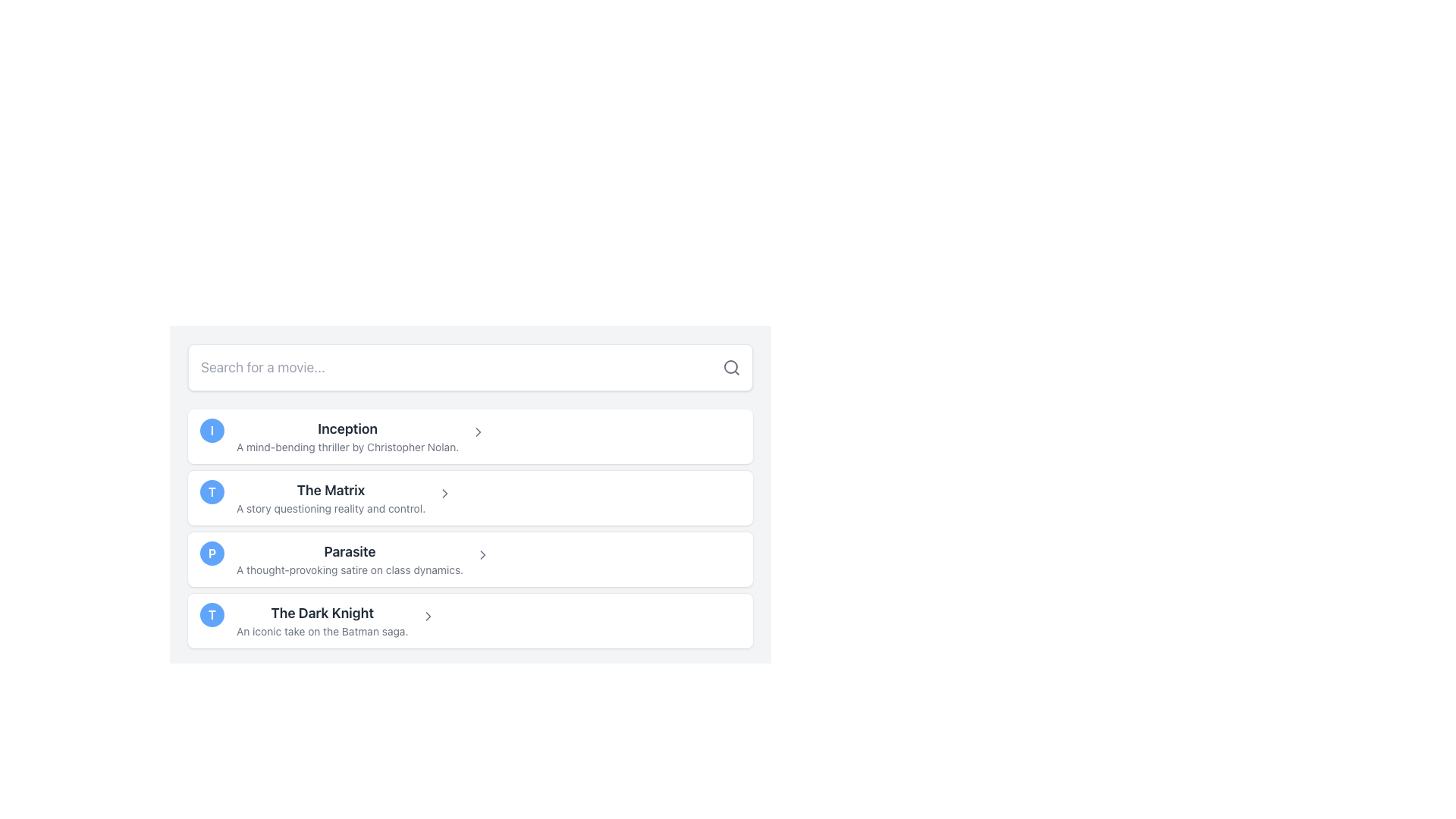 Image resolution: width=1456 pixels, height=819 pixels. What do you see at coordinates (349, 552) in the screenshot?
I see `on the title text label for the movie 'Parasite' located in the third item block of the list` at bounding box center [349, 552].